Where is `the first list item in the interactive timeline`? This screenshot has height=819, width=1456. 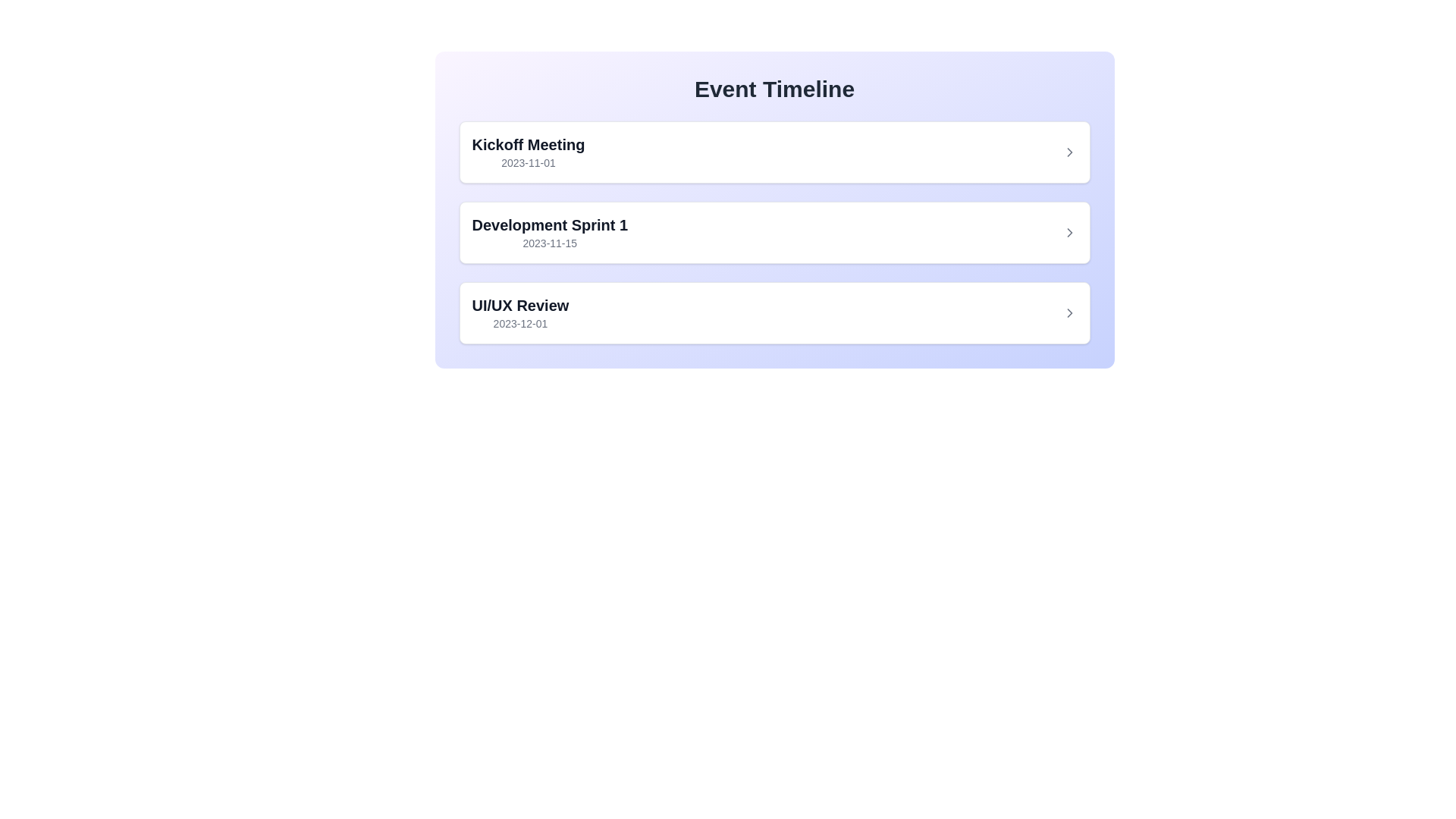 the first list item in the interactive timeline is located at coordinates (774, 152).